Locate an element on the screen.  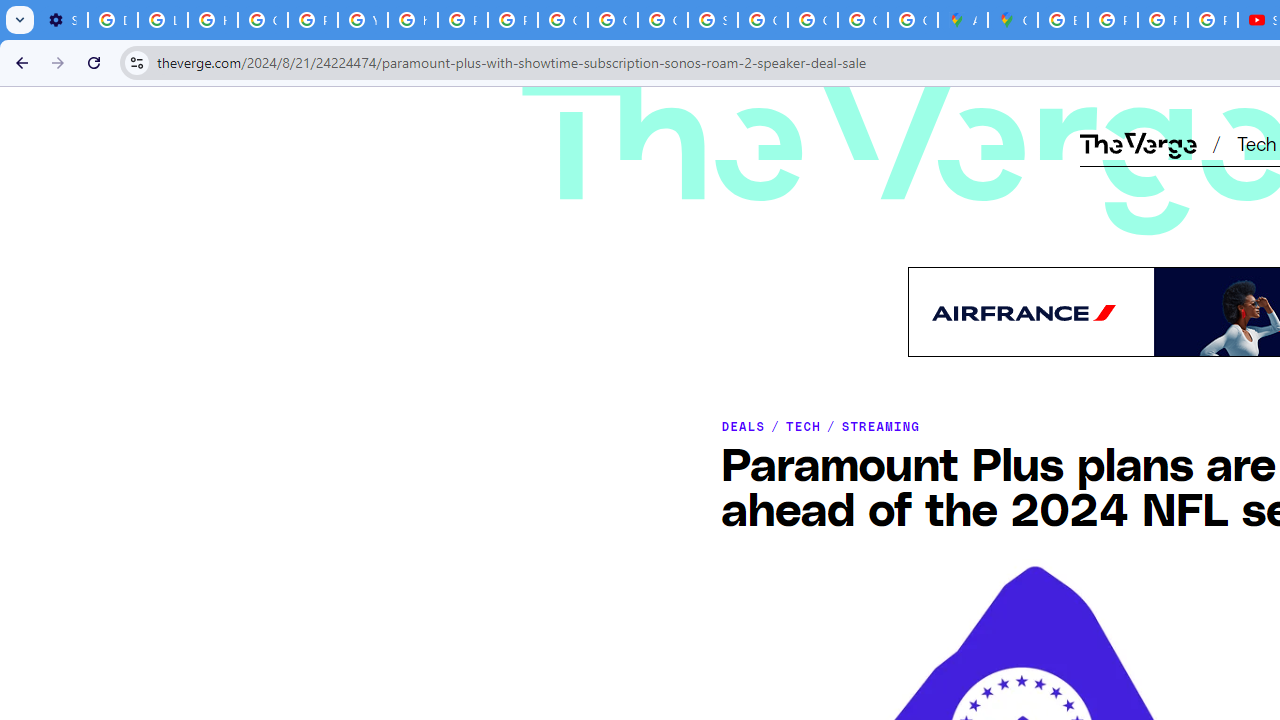
'TECH' is located at coordinates (802, 424).